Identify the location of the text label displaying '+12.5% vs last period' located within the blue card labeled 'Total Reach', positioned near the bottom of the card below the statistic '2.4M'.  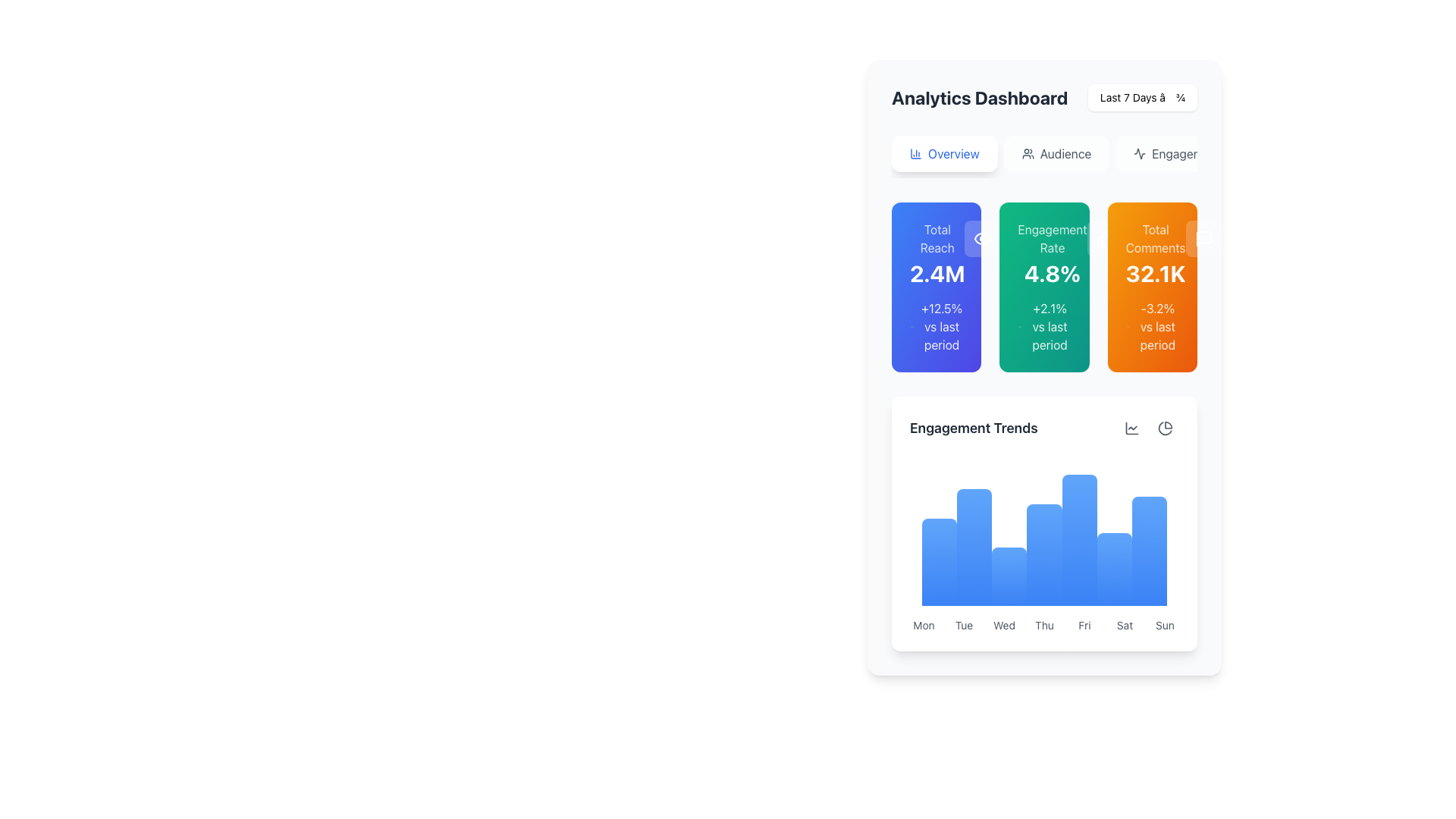
(941, 326).